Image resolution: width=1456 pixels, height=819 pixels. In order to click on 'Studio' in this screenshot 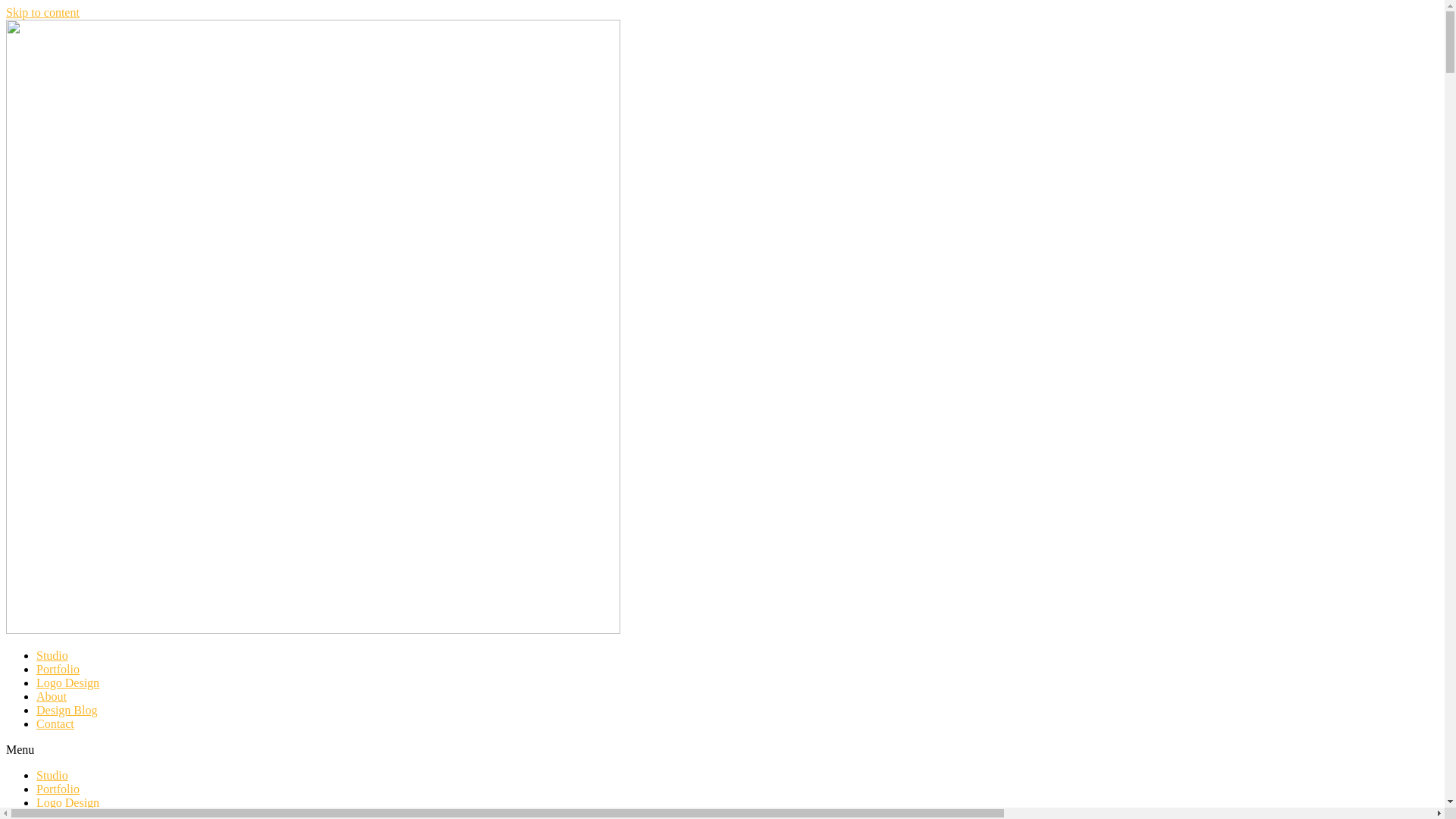, I will do `click(36, 654)`.